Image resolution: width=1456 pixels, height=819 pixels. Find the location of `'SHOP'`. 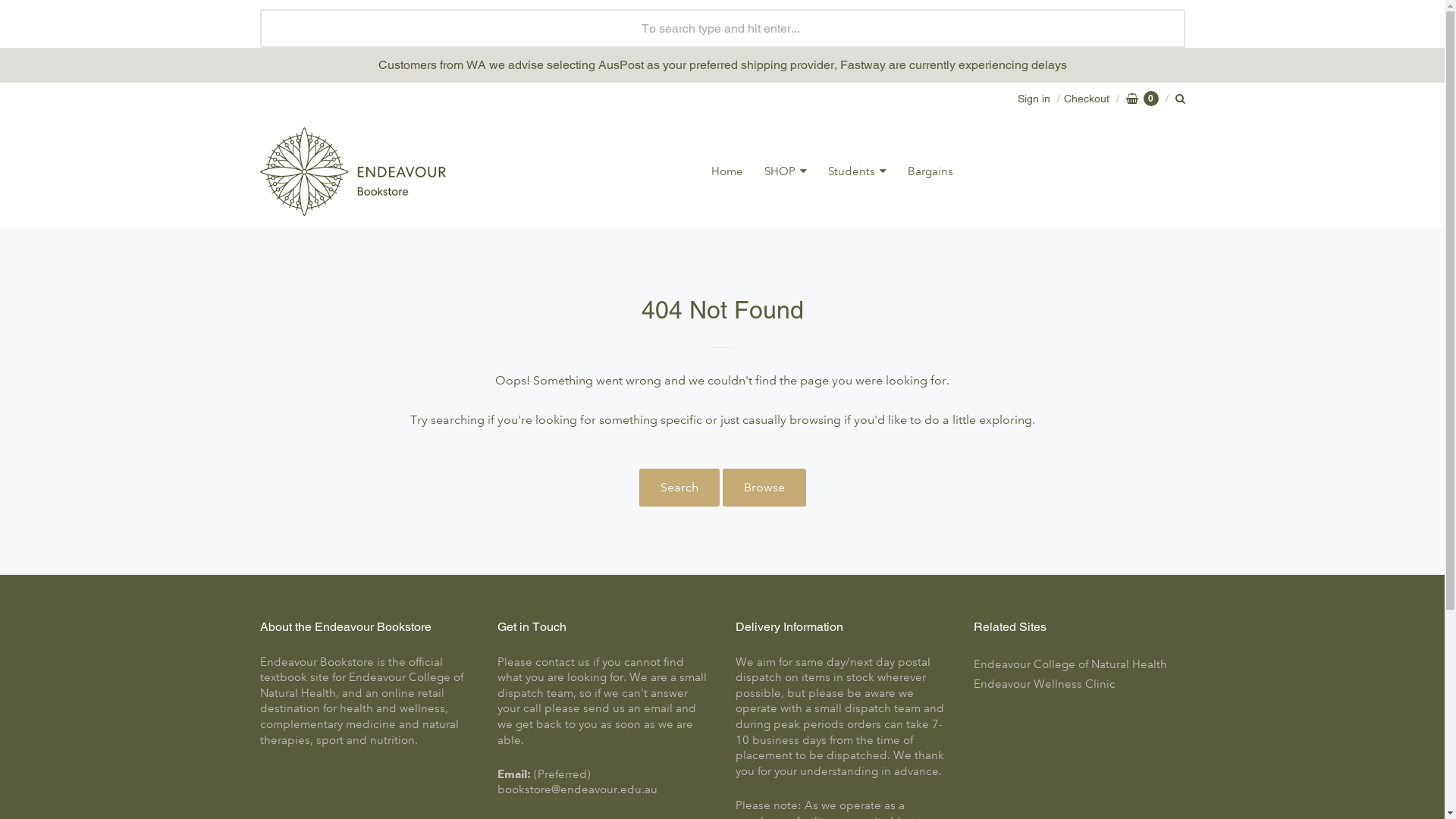

'SHOP' is located at coordinates (786, 171).